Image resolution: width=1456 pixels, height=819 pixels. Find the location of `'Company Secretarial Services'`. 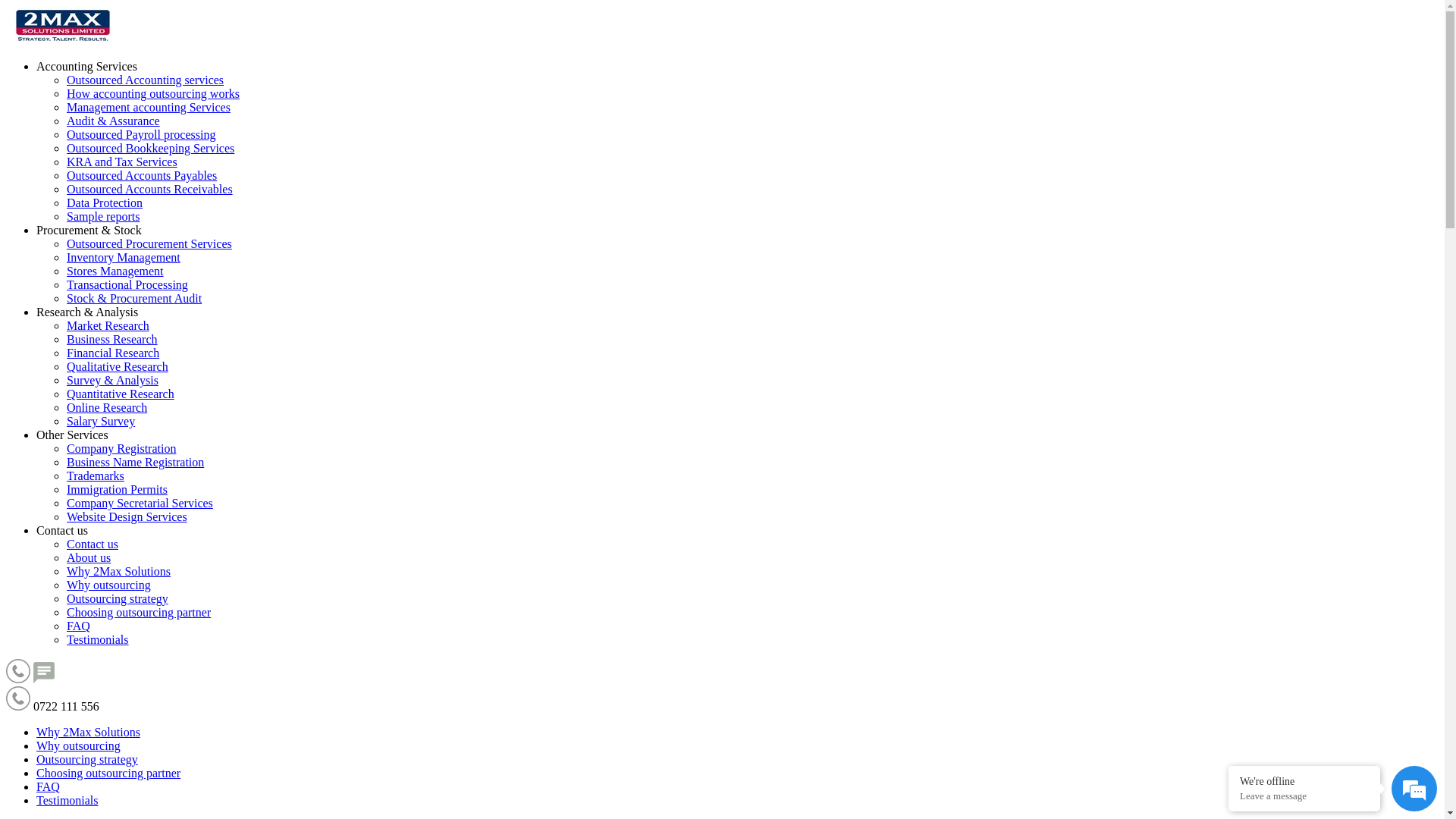

'Company Secretarial Services' is located at coordinates (140, 503).